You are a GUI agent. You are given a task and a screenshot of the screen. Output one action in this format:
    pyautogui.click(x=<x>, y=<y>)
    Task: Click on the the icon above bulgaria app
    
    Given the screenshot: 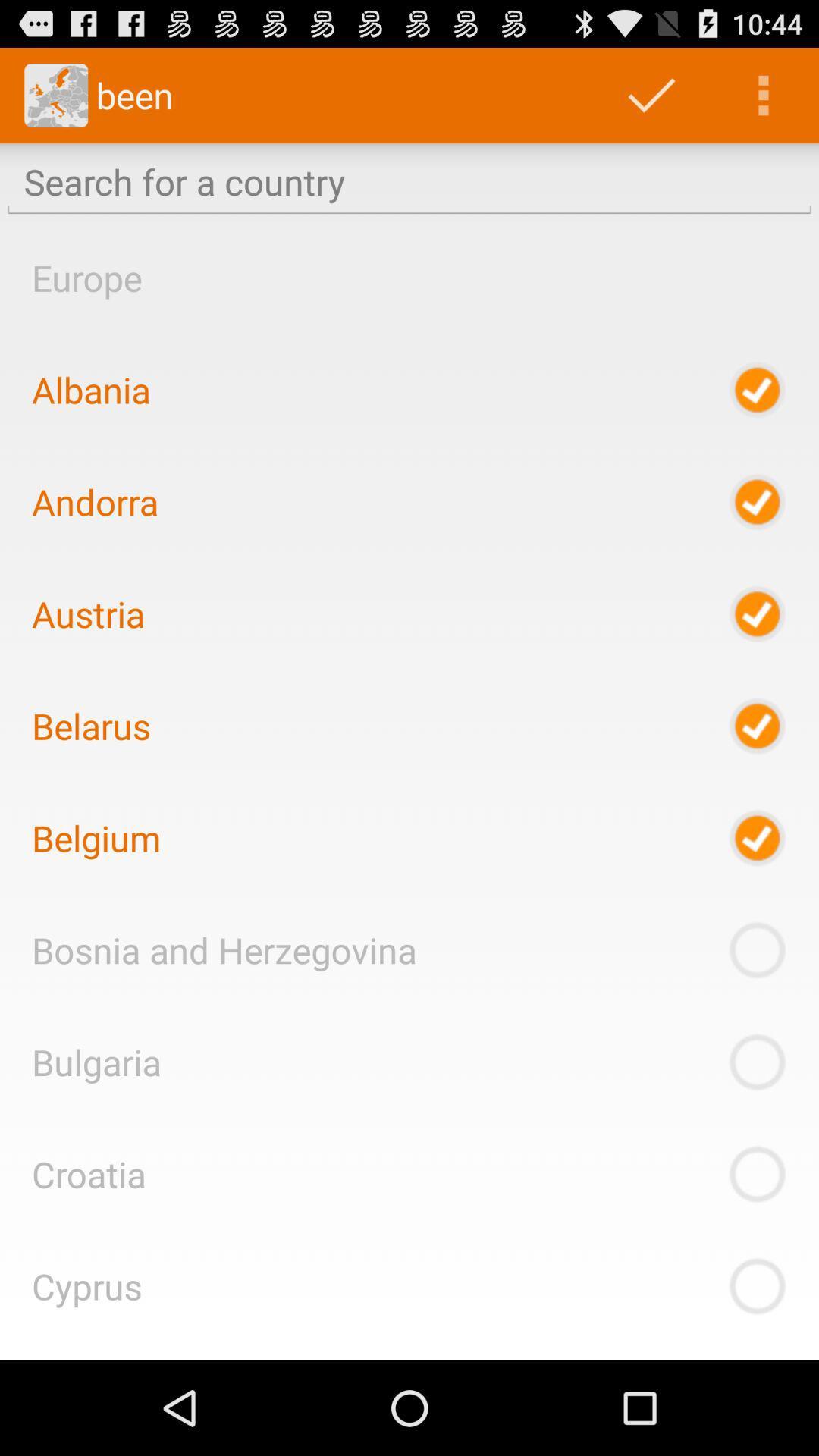 What is the action you would take?
    pyautogui.click(x=224, y=949)
    